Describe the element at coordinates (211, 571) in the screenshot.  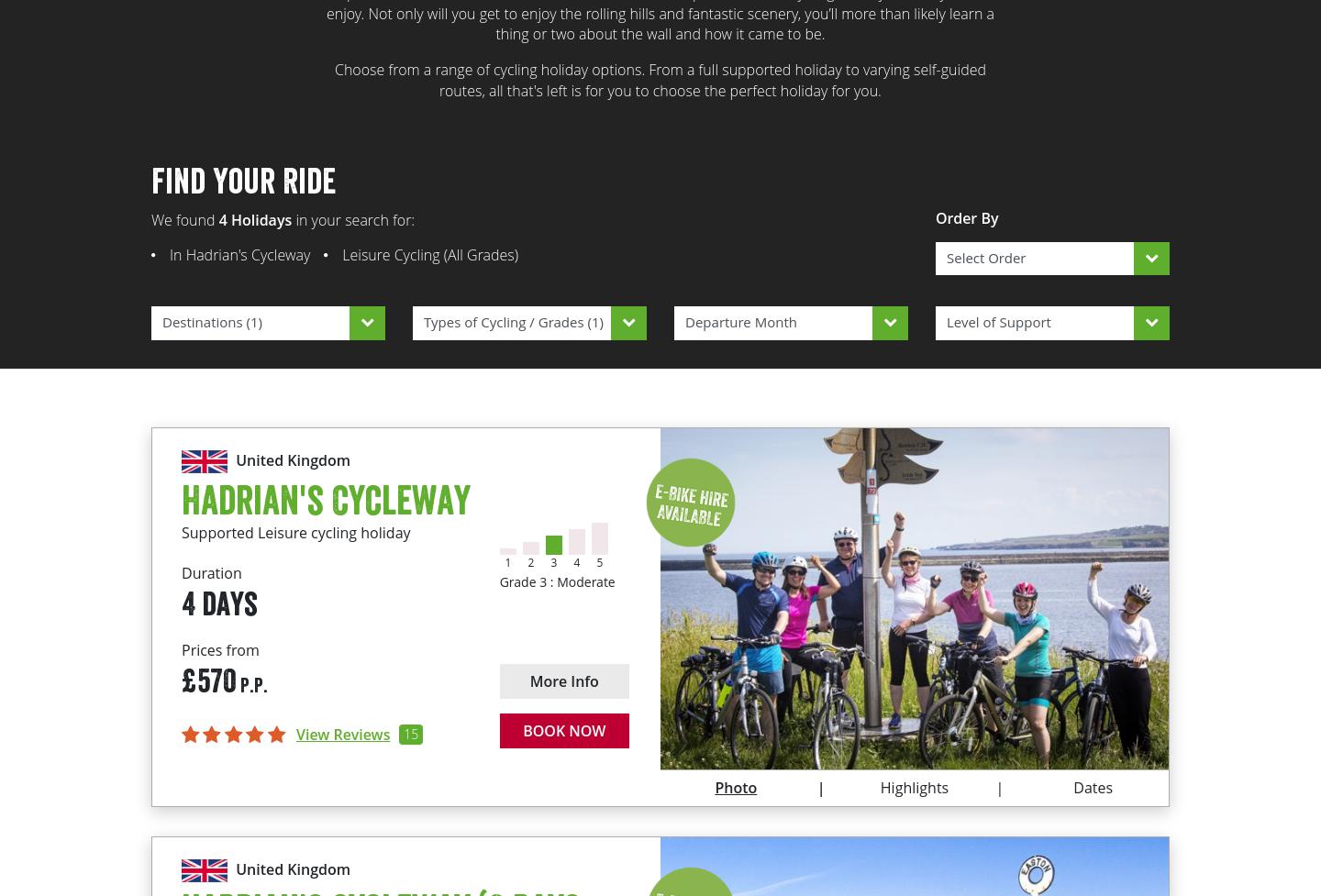
I see `'Duration'` at that location.